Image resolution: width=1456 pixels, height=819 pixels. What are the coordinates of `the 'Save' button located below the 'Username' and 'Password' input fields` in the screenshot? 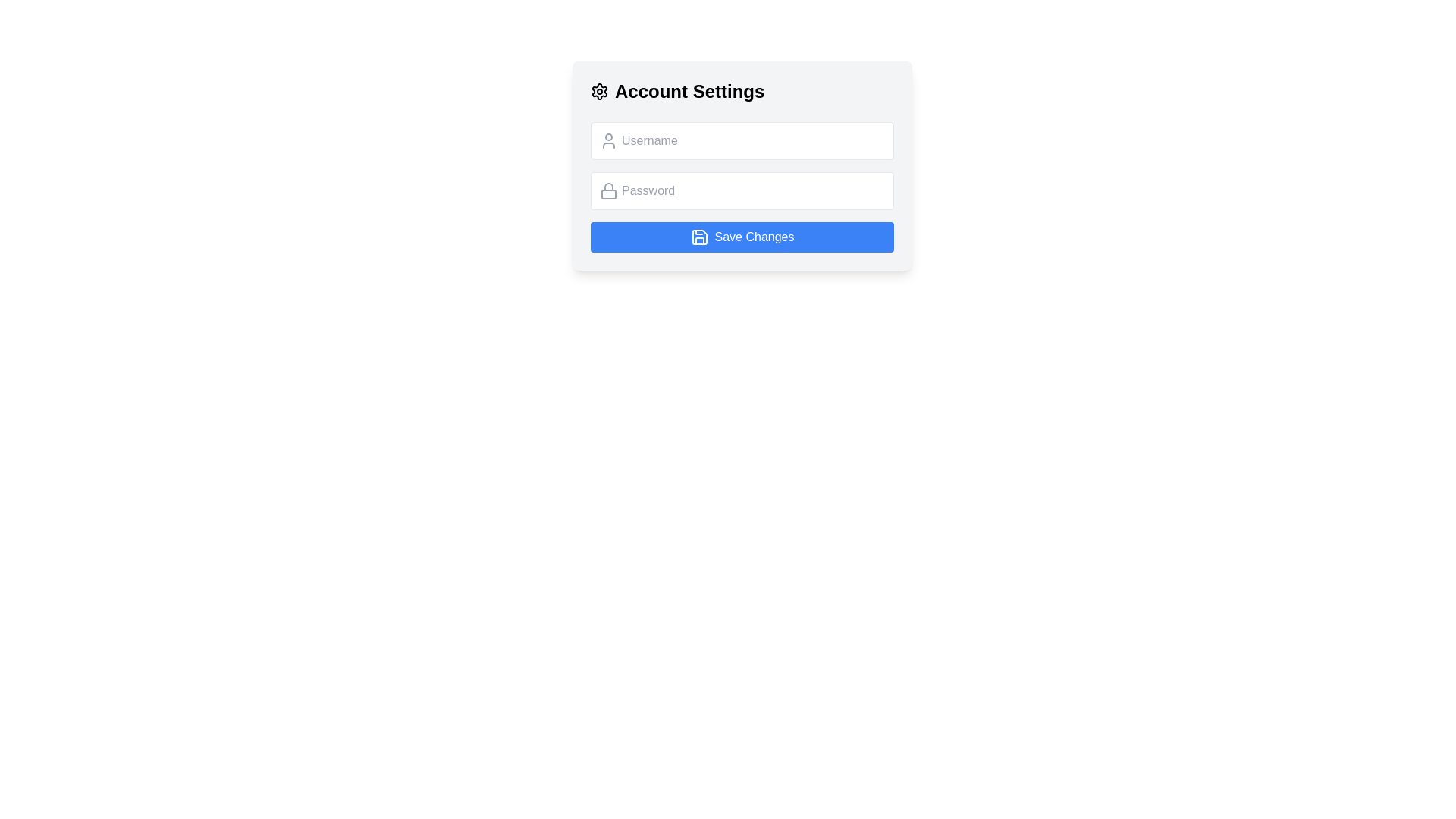 It's located at (742, 237).